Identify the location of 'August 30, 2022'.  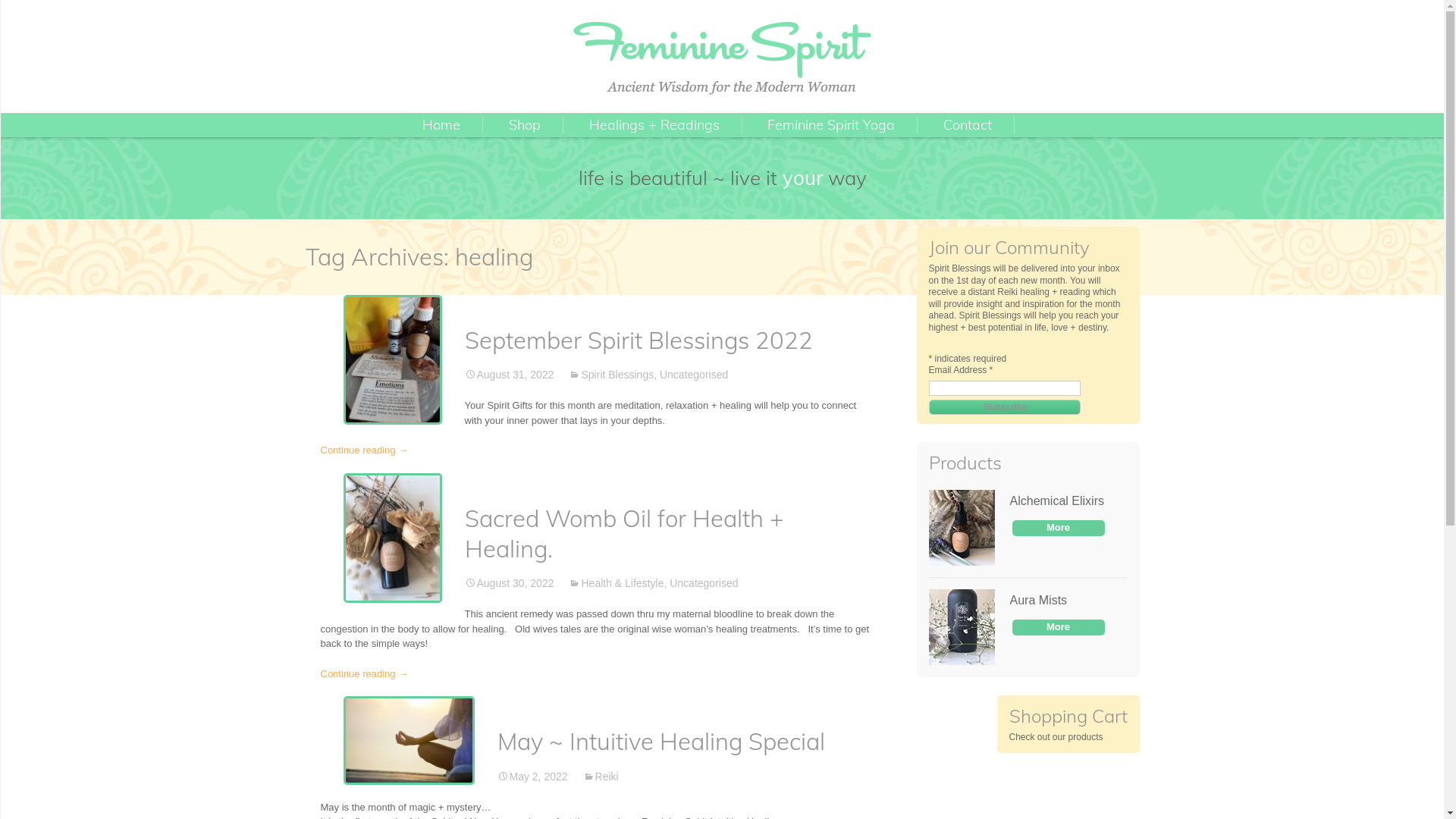
(509, 582).